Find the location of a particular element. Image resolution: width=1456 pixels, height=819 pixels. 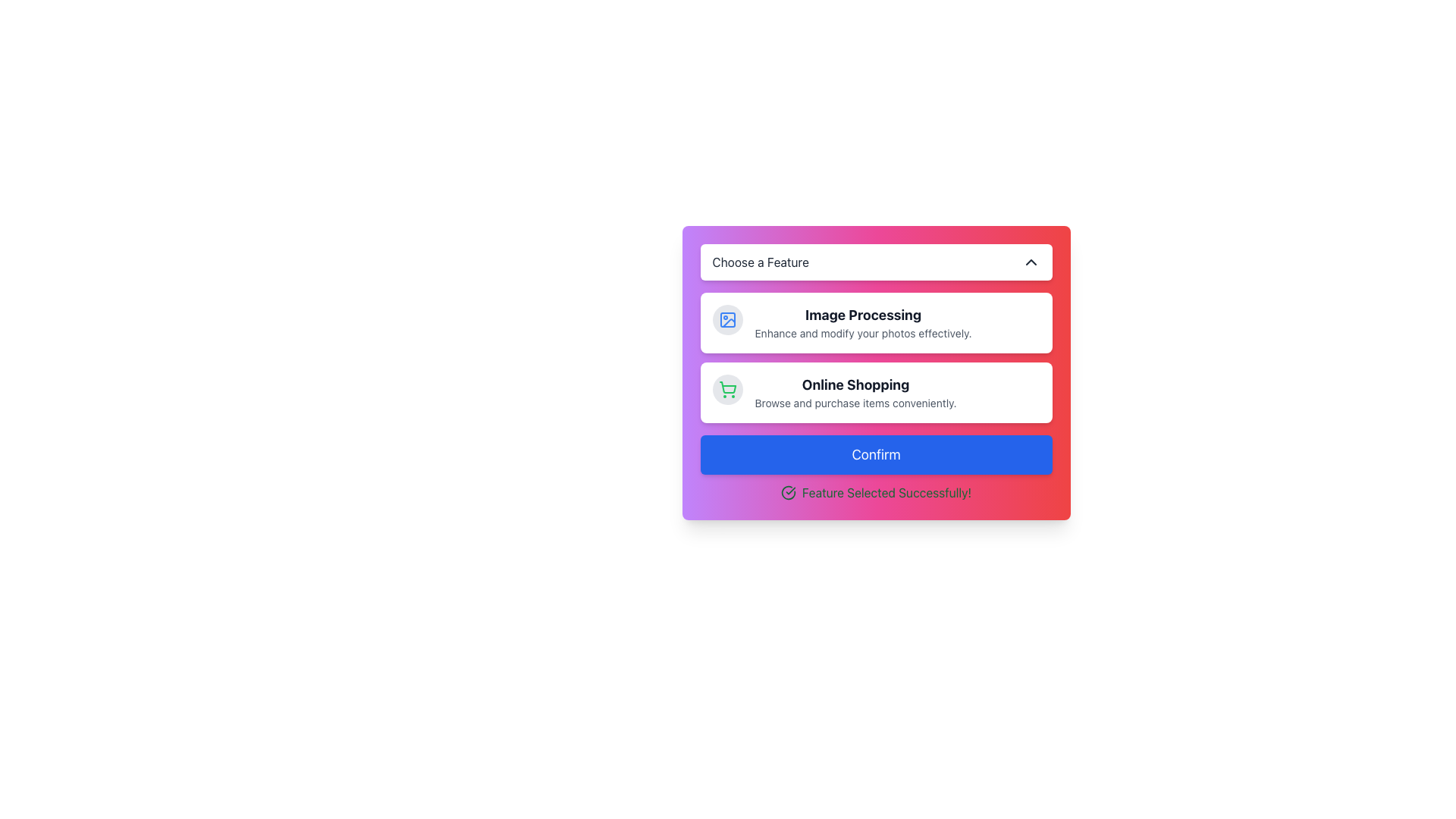

the text element that describes the 'Online Shopping' feature, located in the middle of the feature selection panel, specifically within the second interactive option row is located at coordinates (855, 391).